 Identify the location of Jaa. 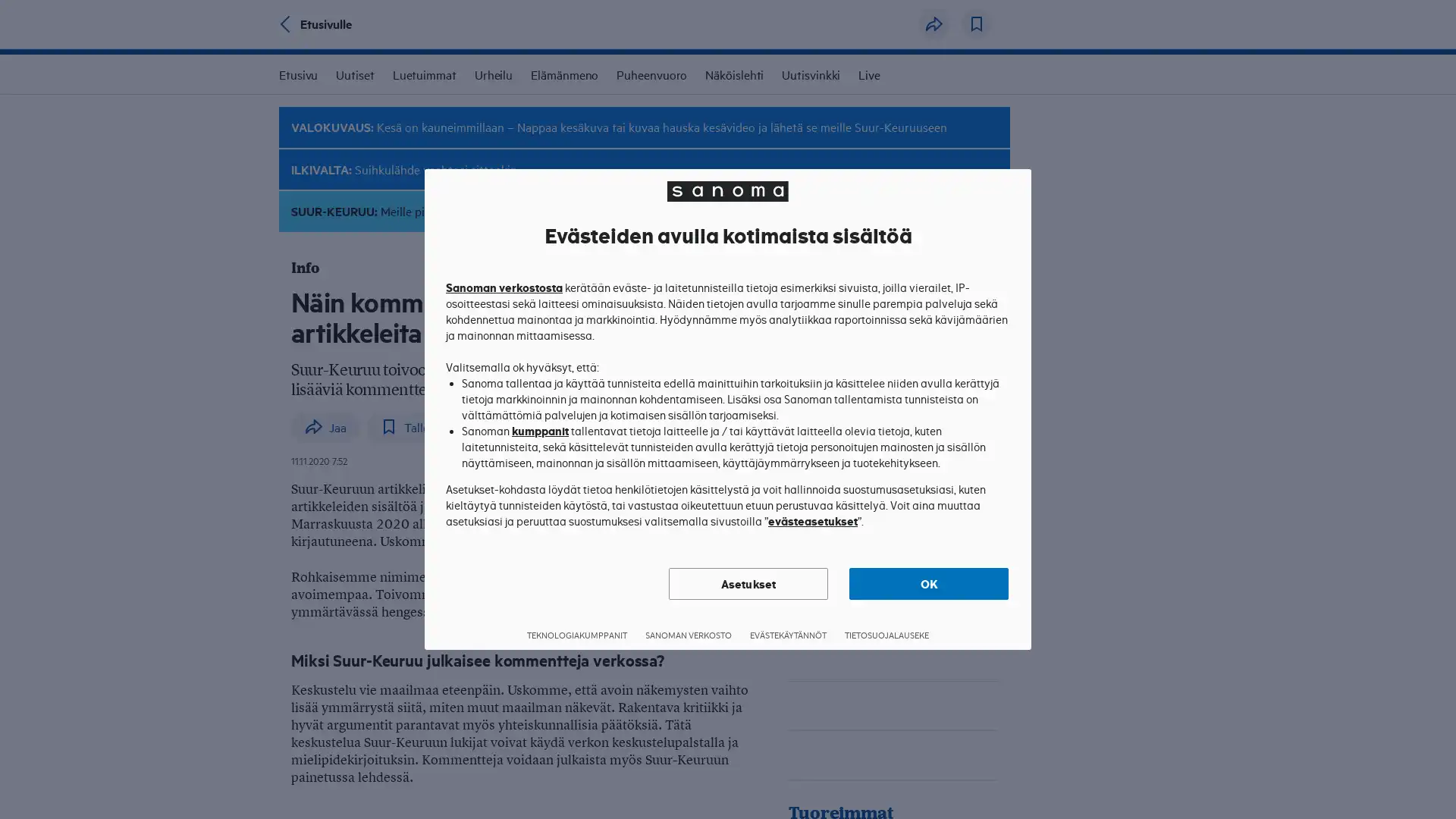
(325, 426).